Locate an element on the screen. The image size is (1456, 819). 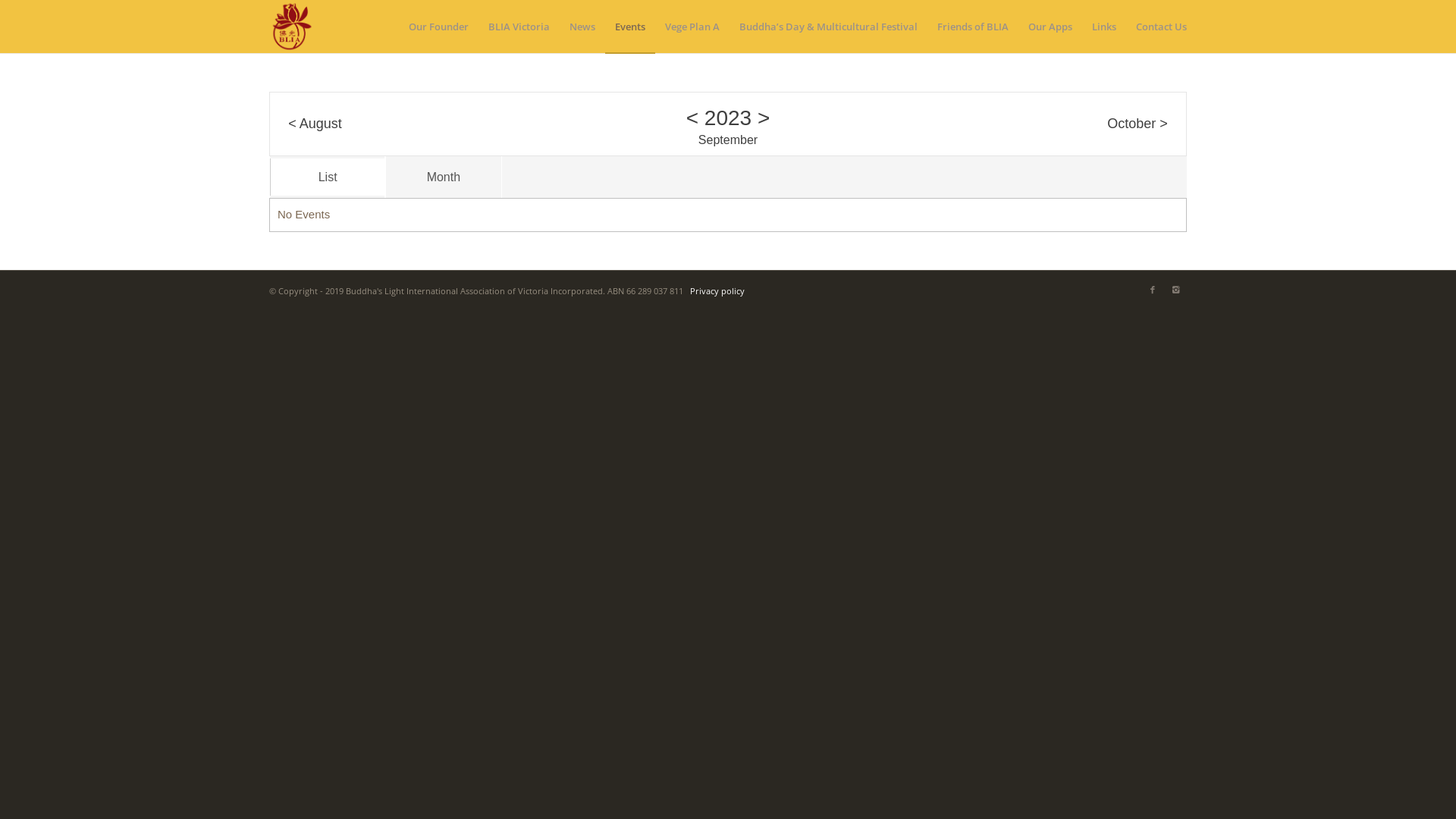
'Vege Plan A' is located at coordinates (655, 26).